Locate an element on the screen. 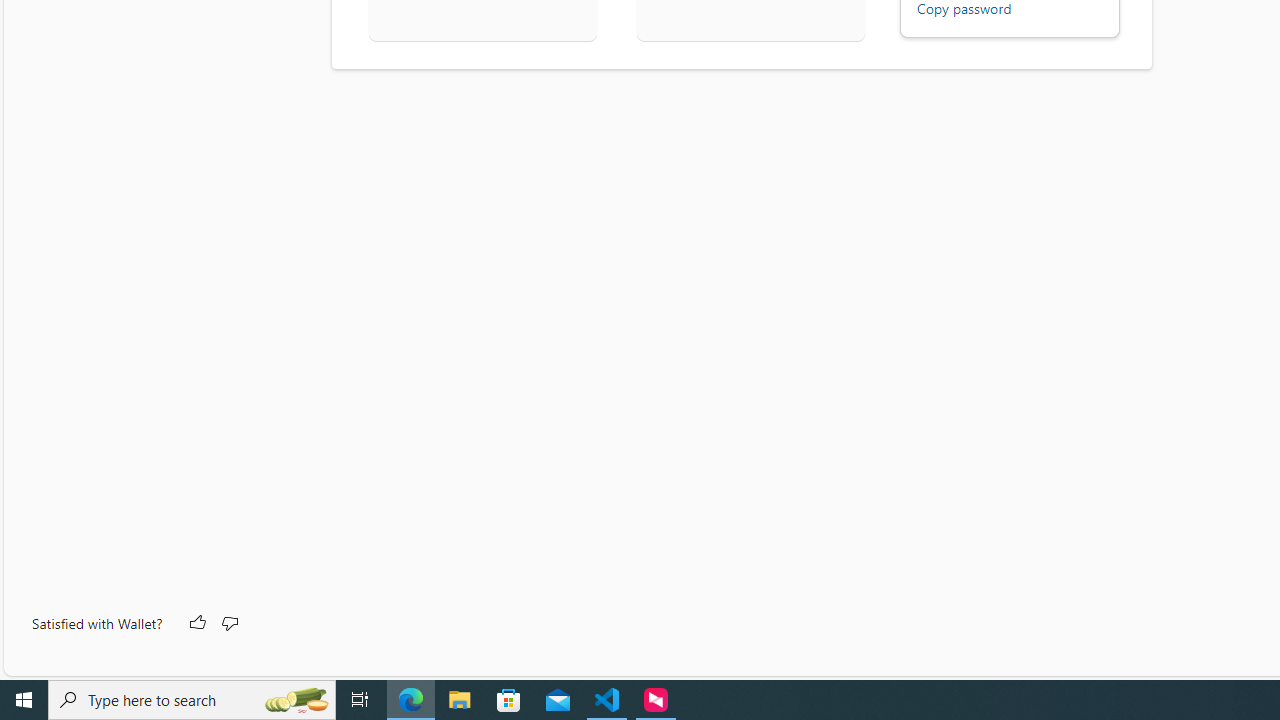 This screenshot has width=1280, height=720. 'Like' is located at coordinates (197, 622).